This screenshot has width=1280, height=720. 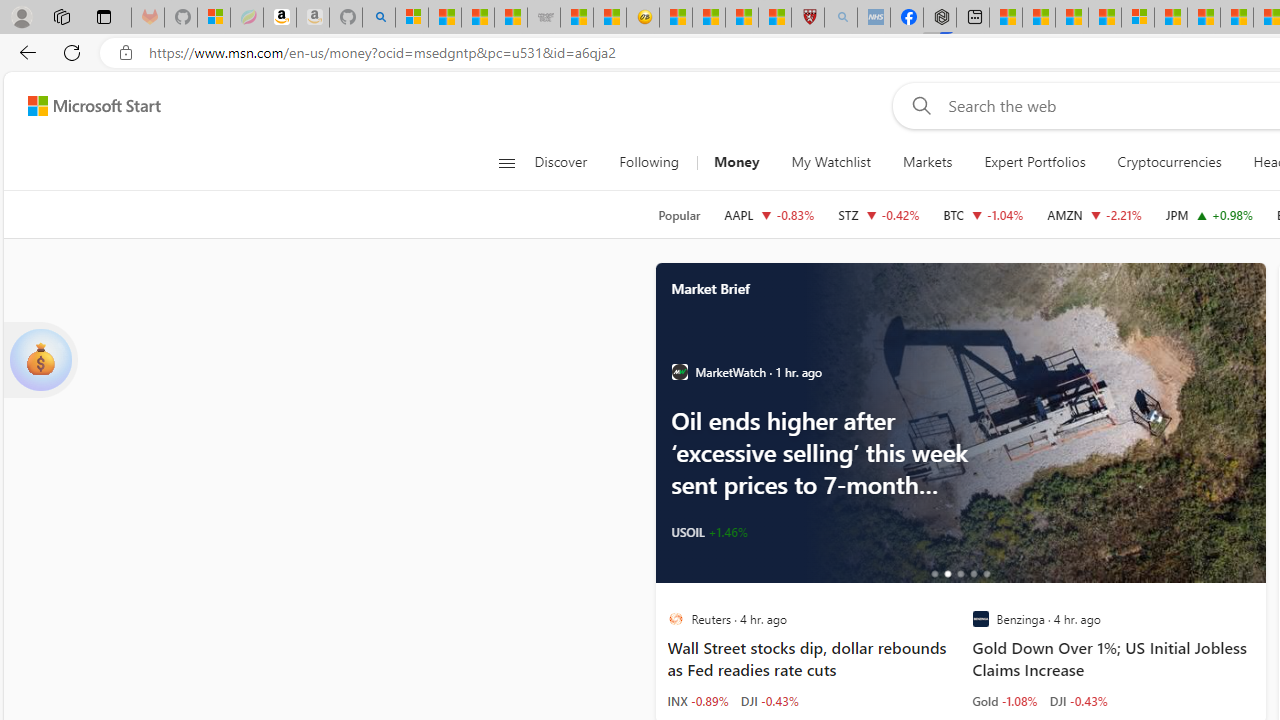 I want to click on 'USOIL +1.46%', so click(x=709, y=531).